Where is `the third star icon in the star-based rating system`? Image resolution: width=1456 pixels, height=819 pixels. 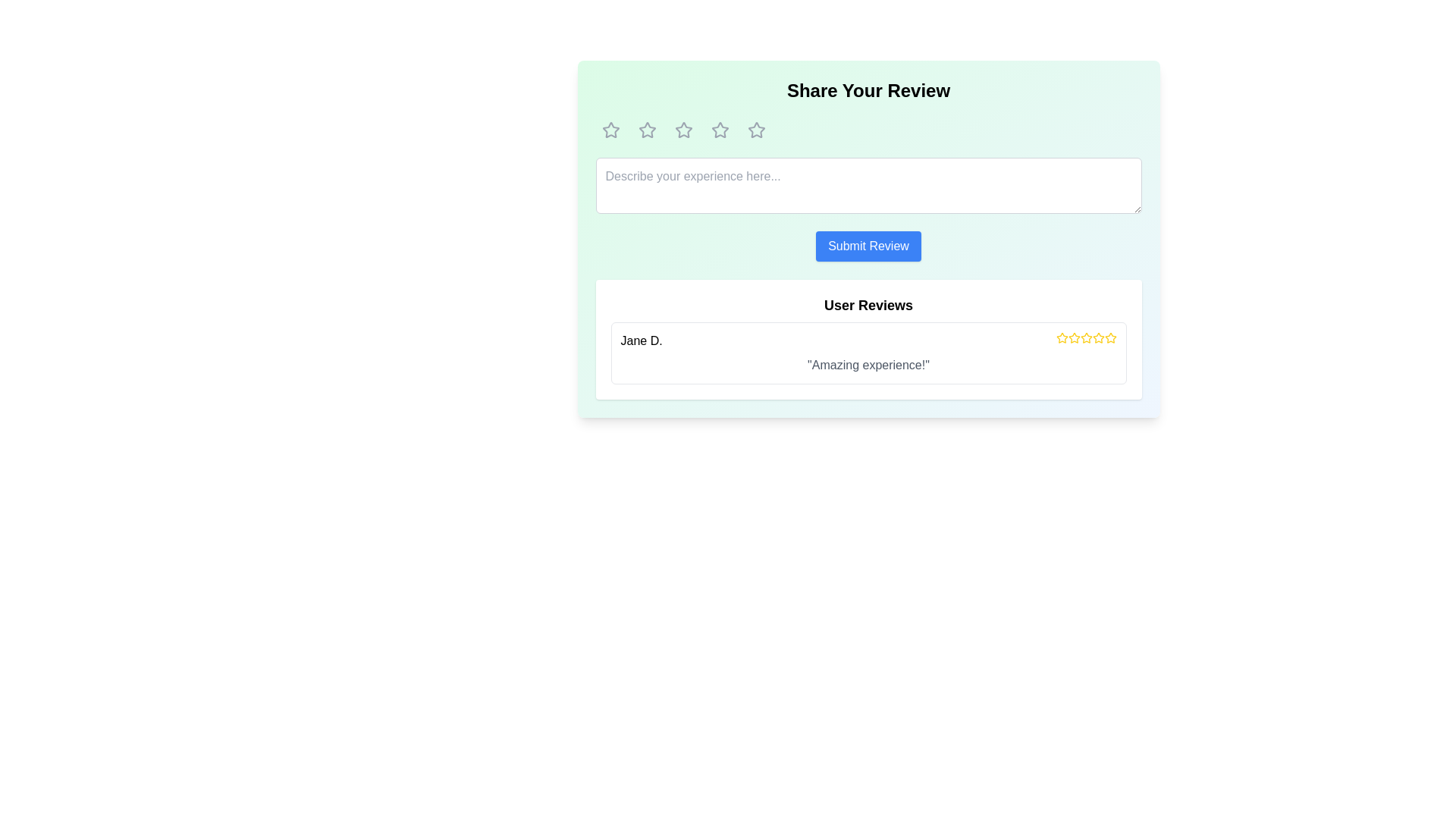
the third star icon in the star-based rating system is located at coordinates (719, 129).